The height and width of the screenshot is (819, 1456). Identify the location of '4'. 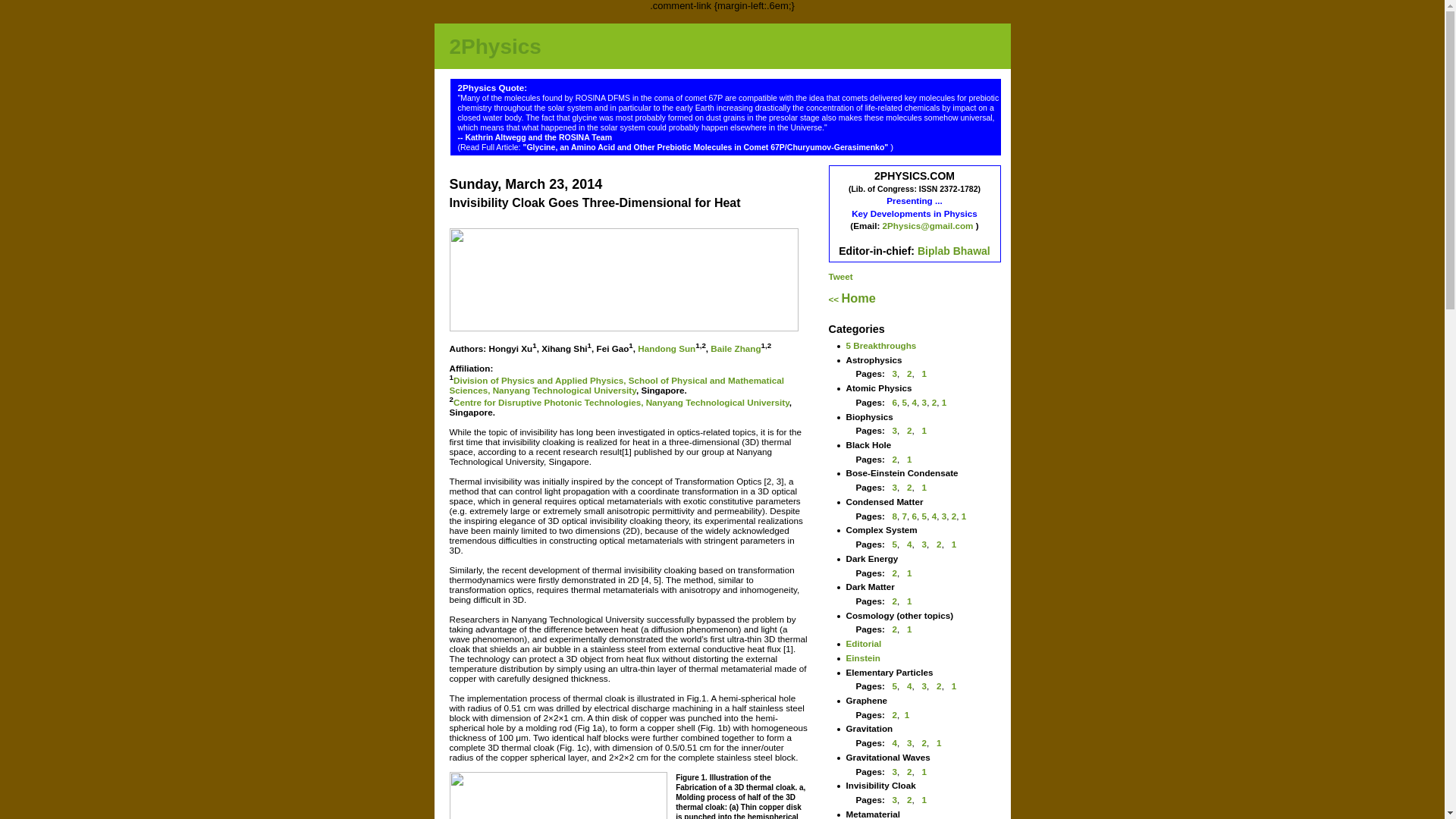
(909, 543).